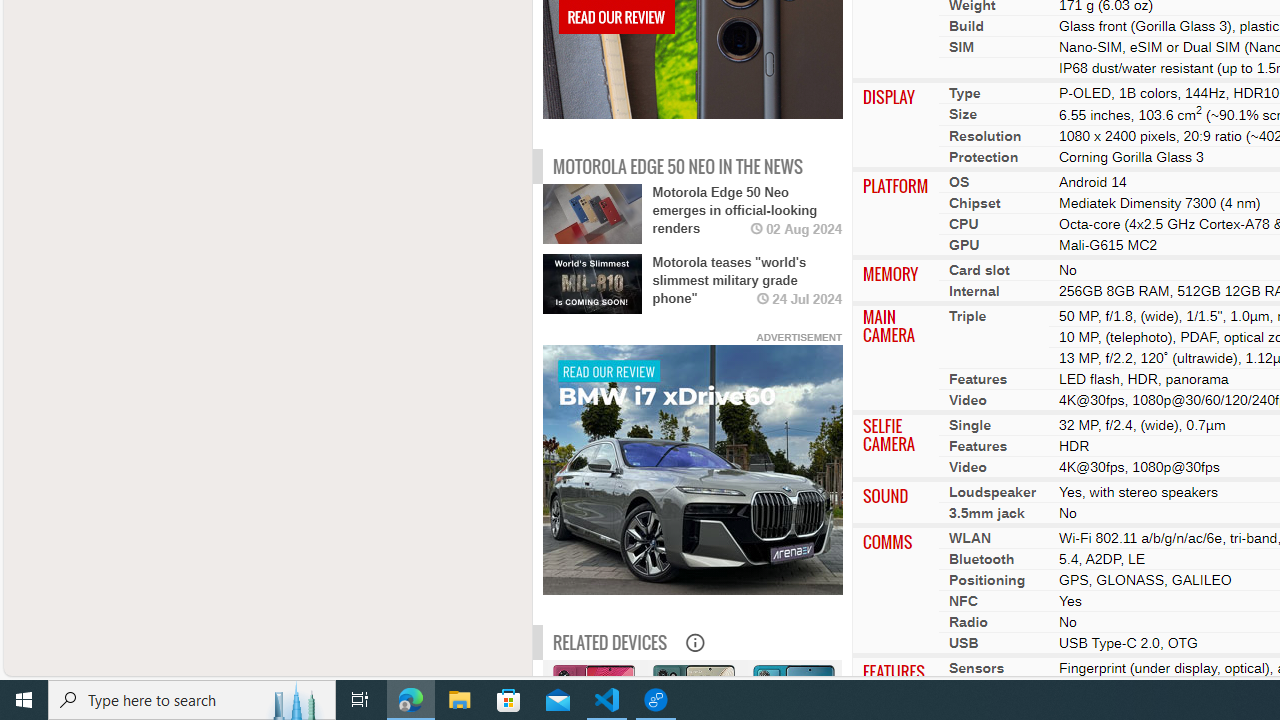  Describe the element at coordinates (974, 202) in the screenshot. I see `'Chipset'` at that location.